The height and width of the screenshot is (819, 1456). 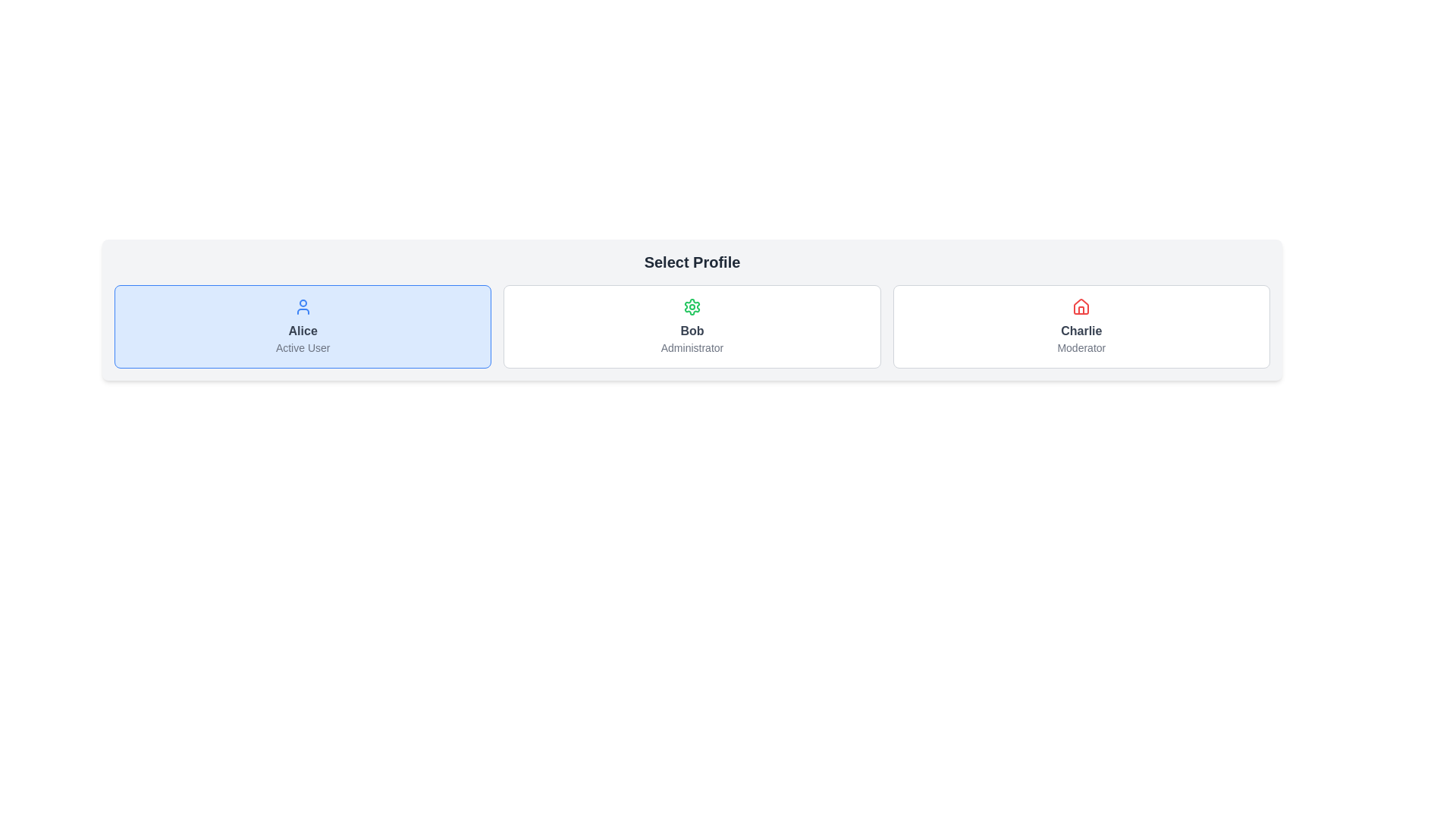 What do you see at coordinates (1081, 326) in the screenshot?
I see `the profile card of 'Charlie', which is the third card in a row with a house icon at the top` at bounding box center [1081, 326].